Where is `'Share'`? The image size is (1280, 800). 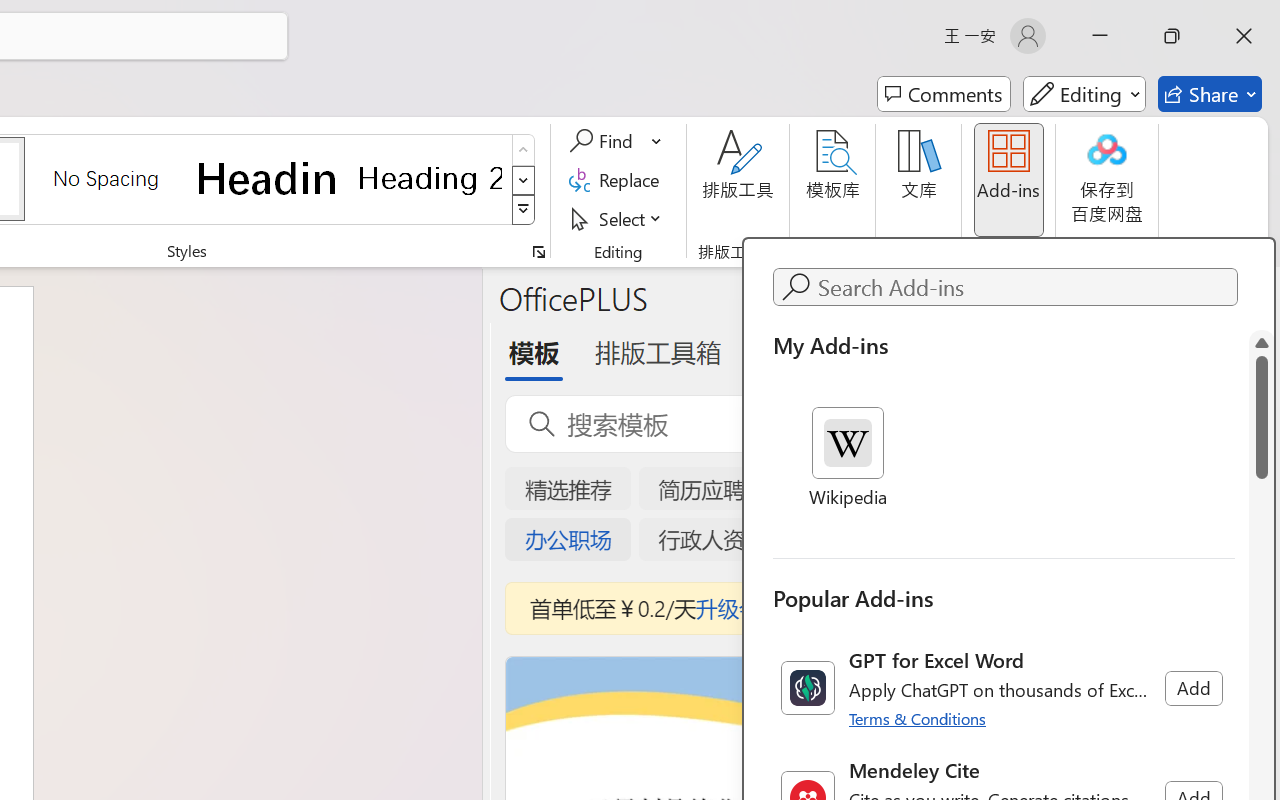
'Share' is located at coordinates (1209, 94).